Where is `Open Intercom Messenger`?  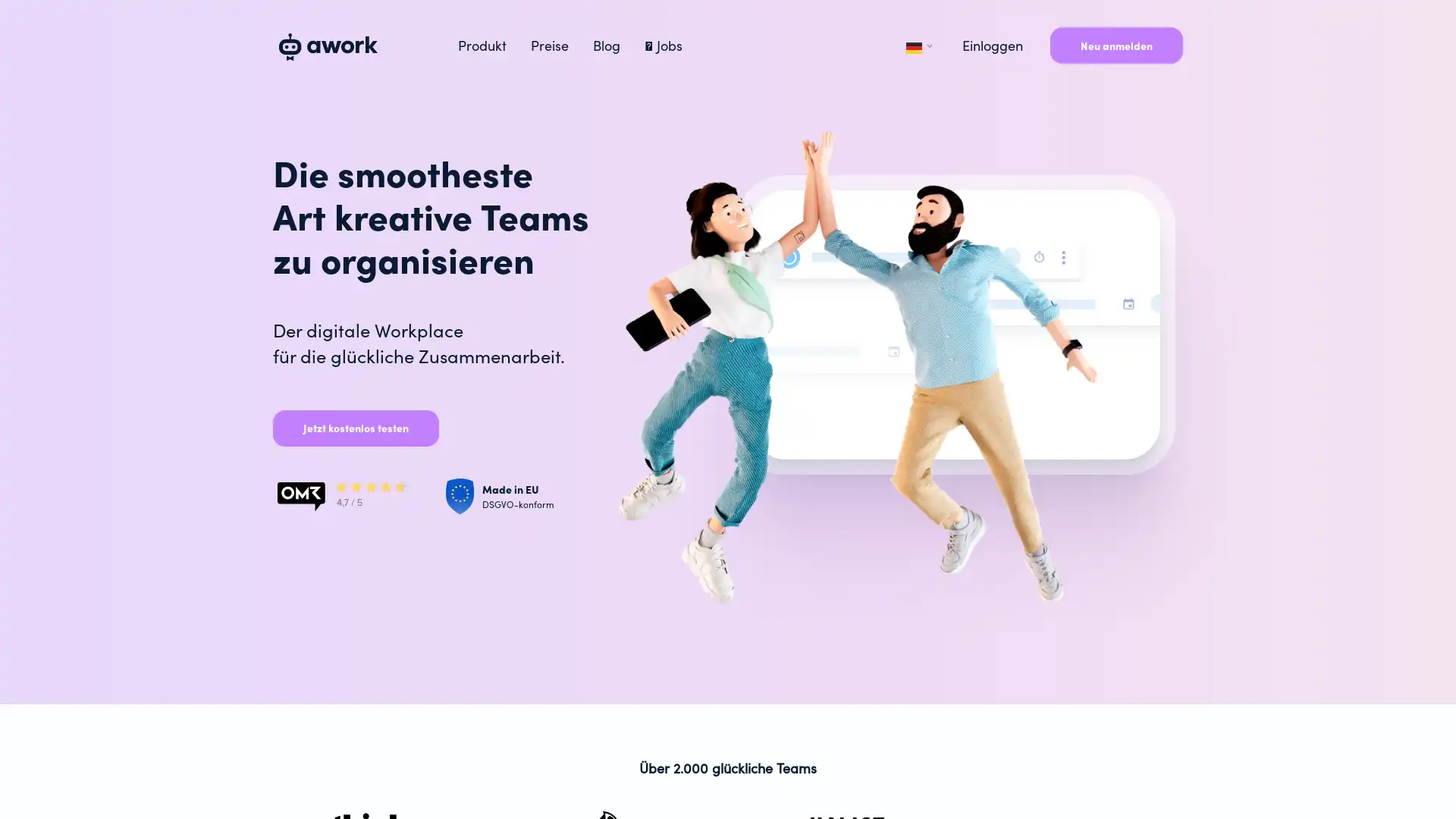
Open Intercom Messenger is located at coordinates (1417, 780).